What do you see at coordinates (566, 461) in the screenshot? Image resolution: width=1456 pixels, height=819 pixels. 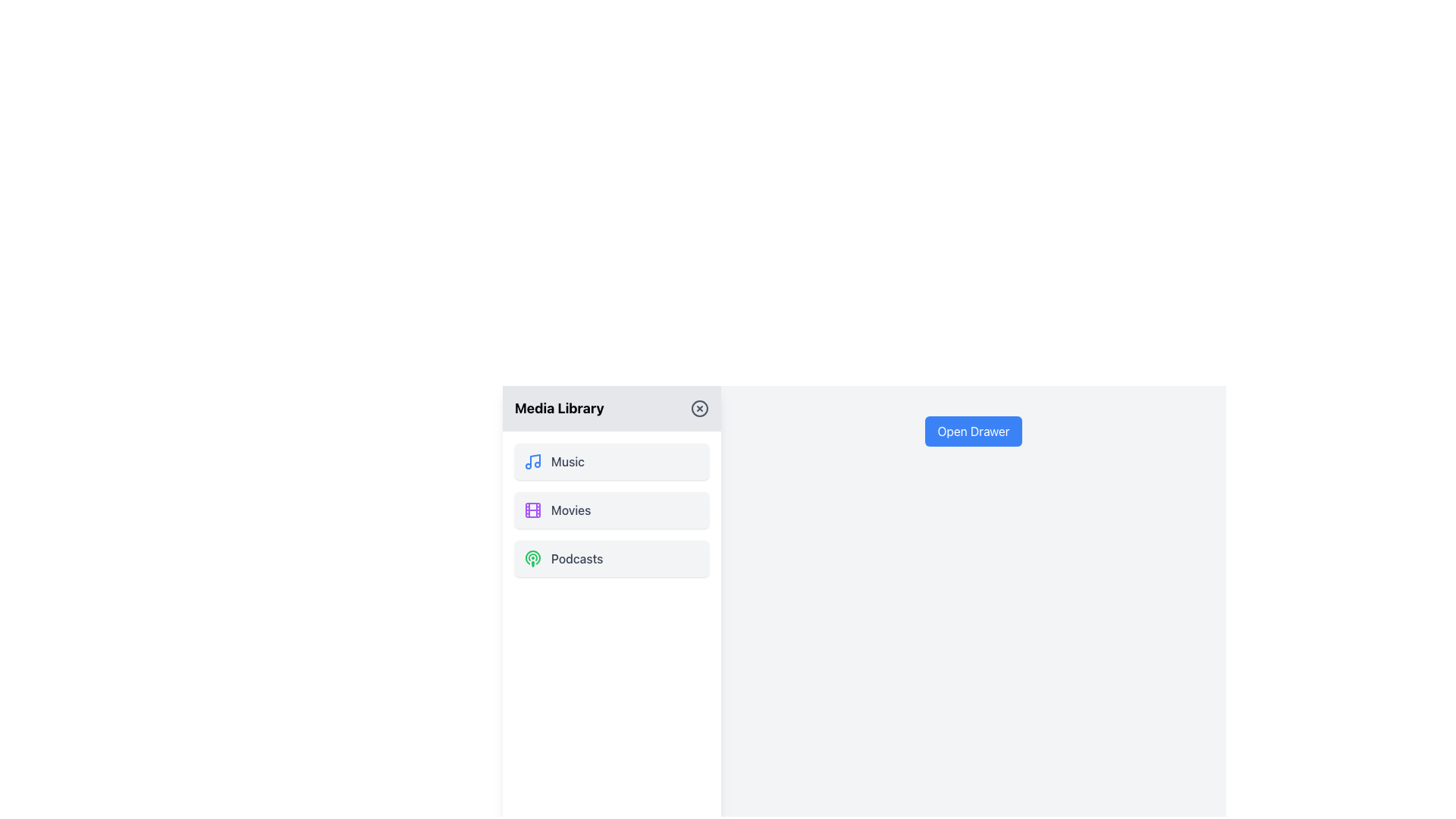 I see `the 'Music' text label in the Media Library sidebar, which identifies the media category and is placed next to the blue musical note icon` at bounding box center [566, 461].